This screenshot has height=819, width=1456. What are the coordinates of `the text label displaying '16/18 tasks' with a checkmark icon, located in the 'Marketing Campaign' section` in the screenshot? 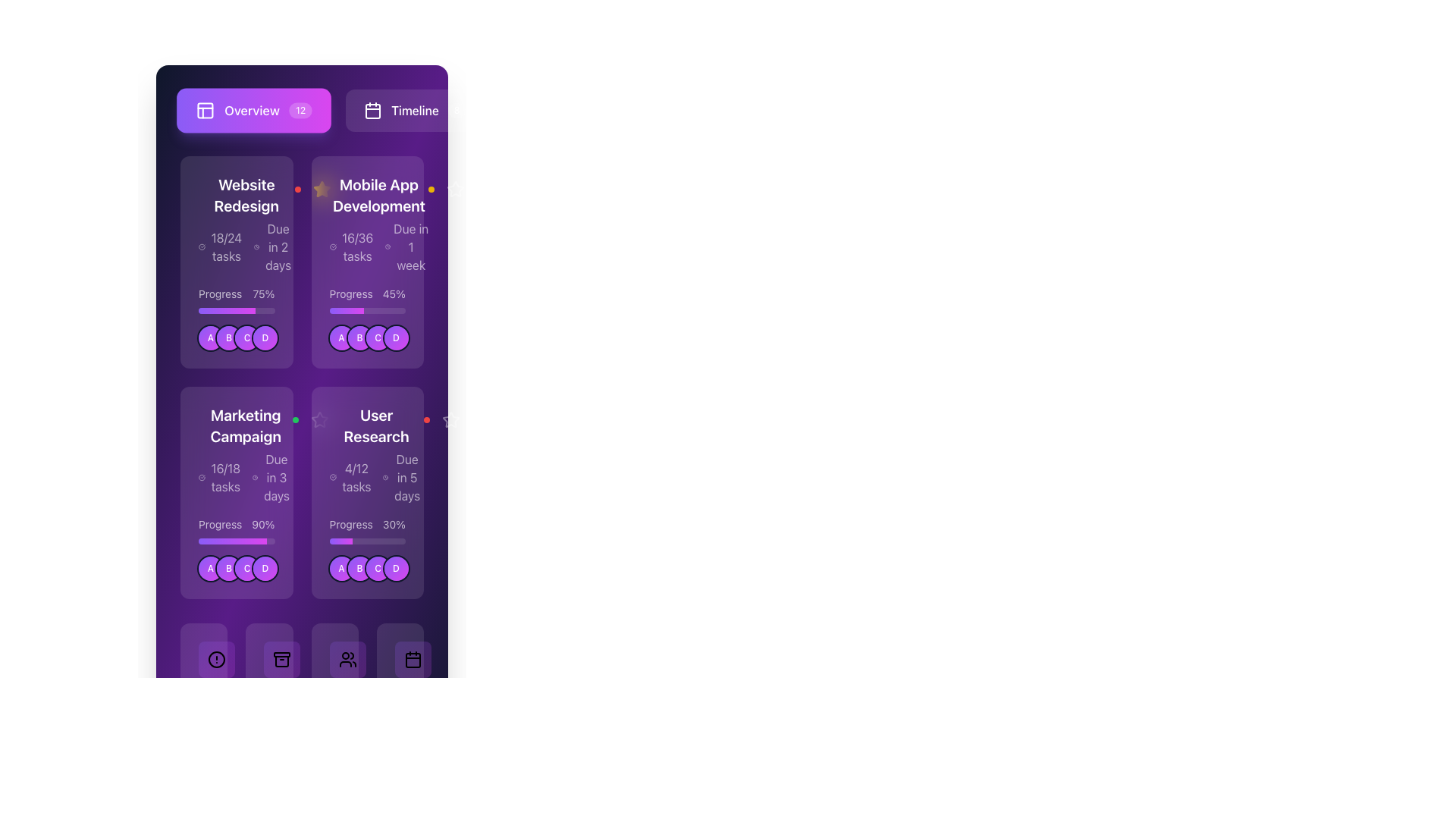 It's located at (220, 476).